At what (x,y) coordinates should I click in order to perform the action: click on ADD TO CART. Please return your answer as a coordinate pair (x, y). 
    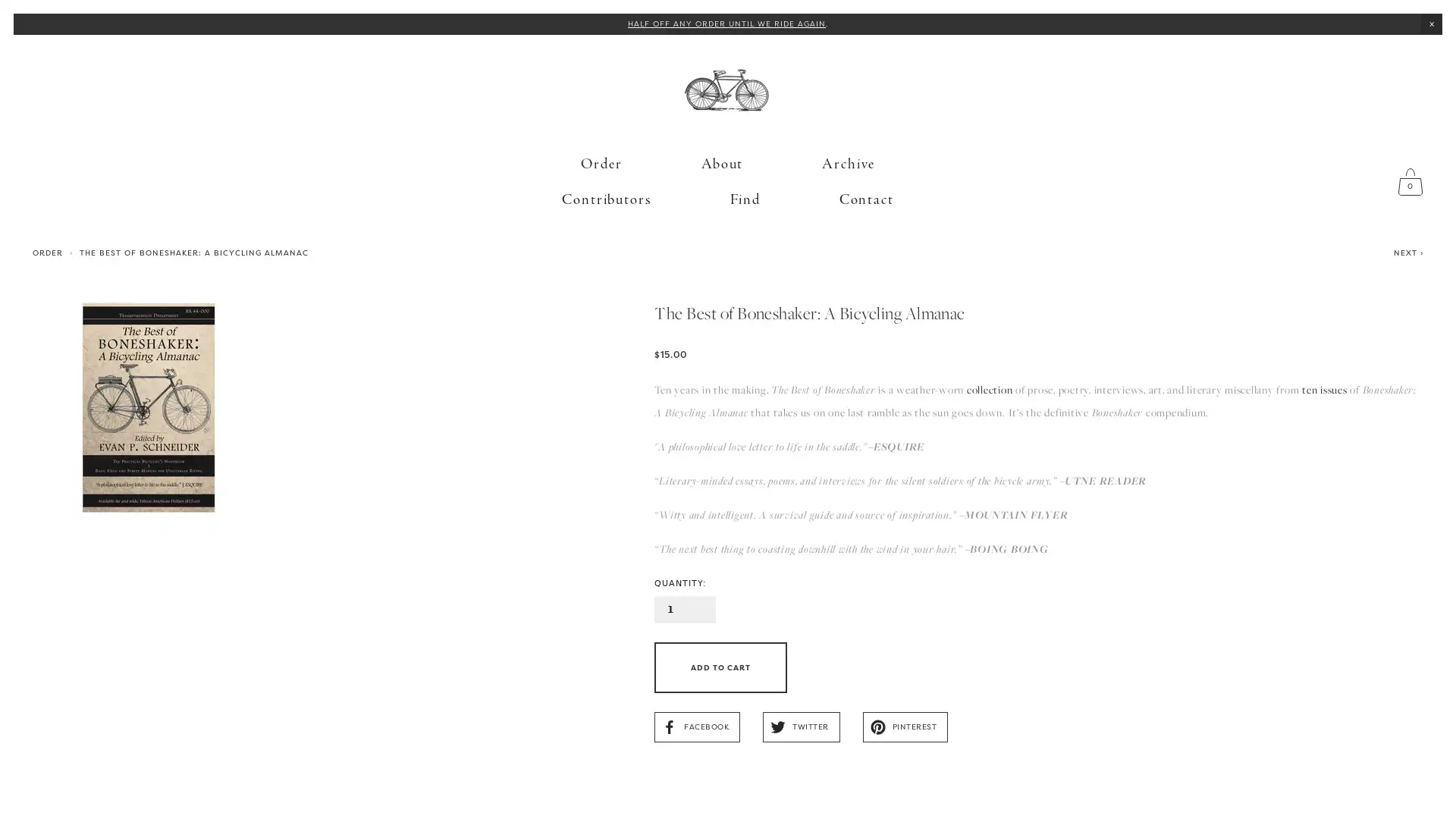
    Looking at the image, I should click on (720, 643).